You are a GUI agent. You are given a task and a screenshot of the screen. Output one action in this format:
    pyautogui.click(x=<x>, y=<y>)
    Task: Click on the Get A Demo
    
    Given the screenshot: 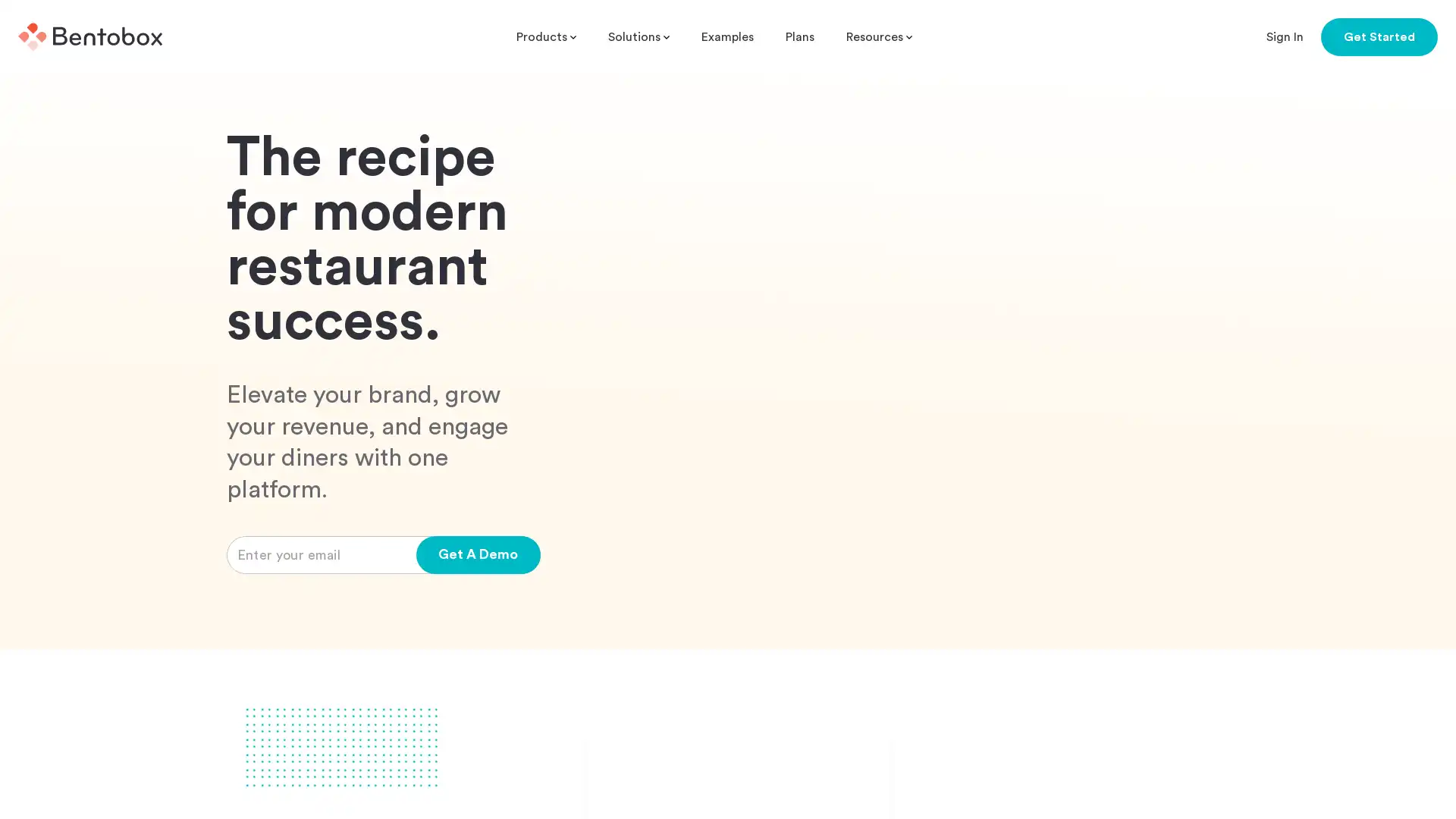 What is the action you would take?
    pyautogui.click(x=477, y=661)
    